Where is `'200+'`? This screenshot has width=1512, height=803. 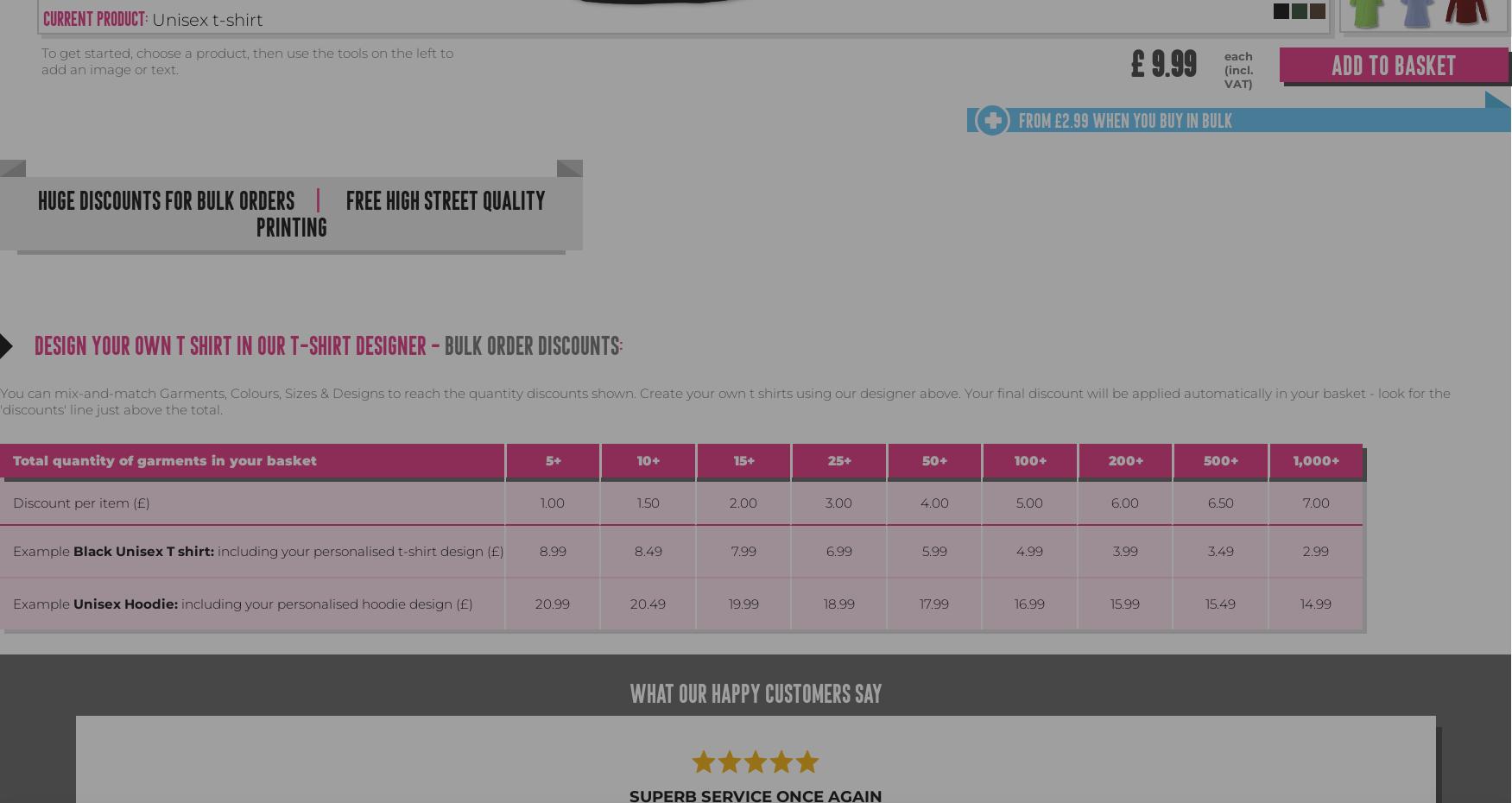 '200+' is located at coordinates (1123, 459).